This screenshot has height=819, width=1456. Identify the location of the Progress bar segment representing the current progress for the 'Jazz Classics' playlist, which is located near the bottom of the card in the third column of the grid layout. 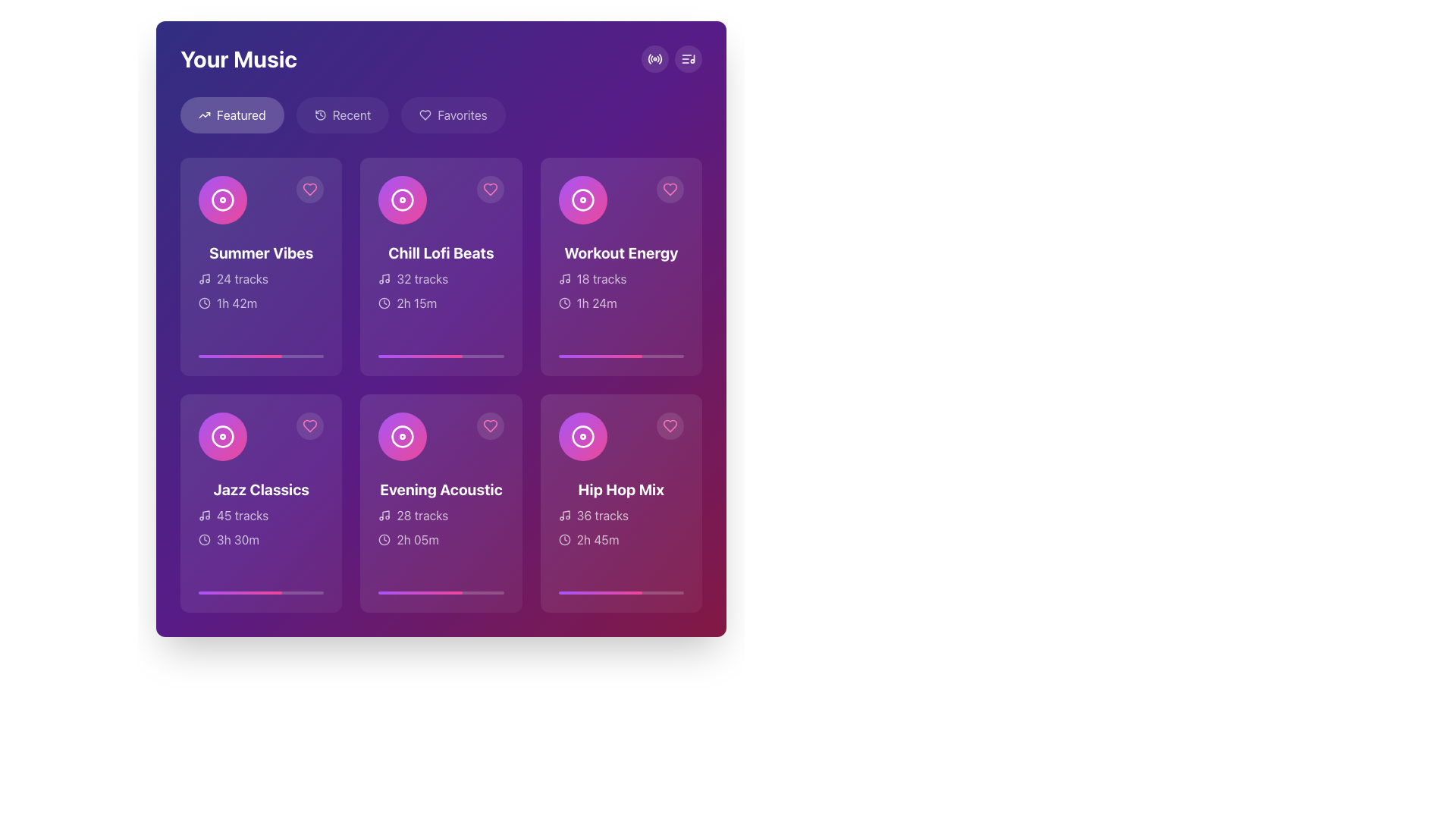
(240, 592).